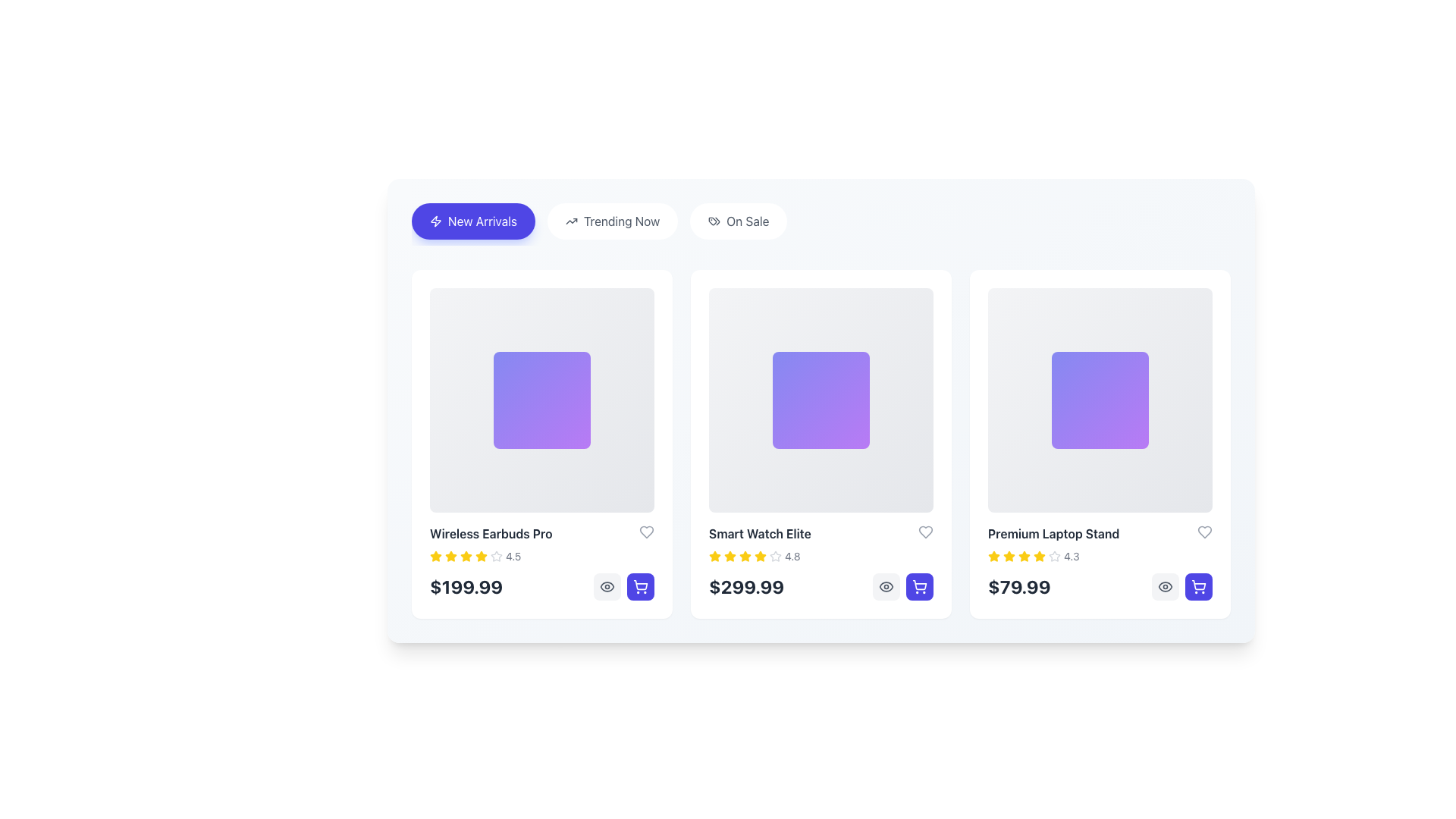  I want to click on the 'On Sale' text label, which is displayed in gray sans-serif font and is positioned to the upper right of the 'Trending Now' button, as part of a button-like interface, so click(748, 221).